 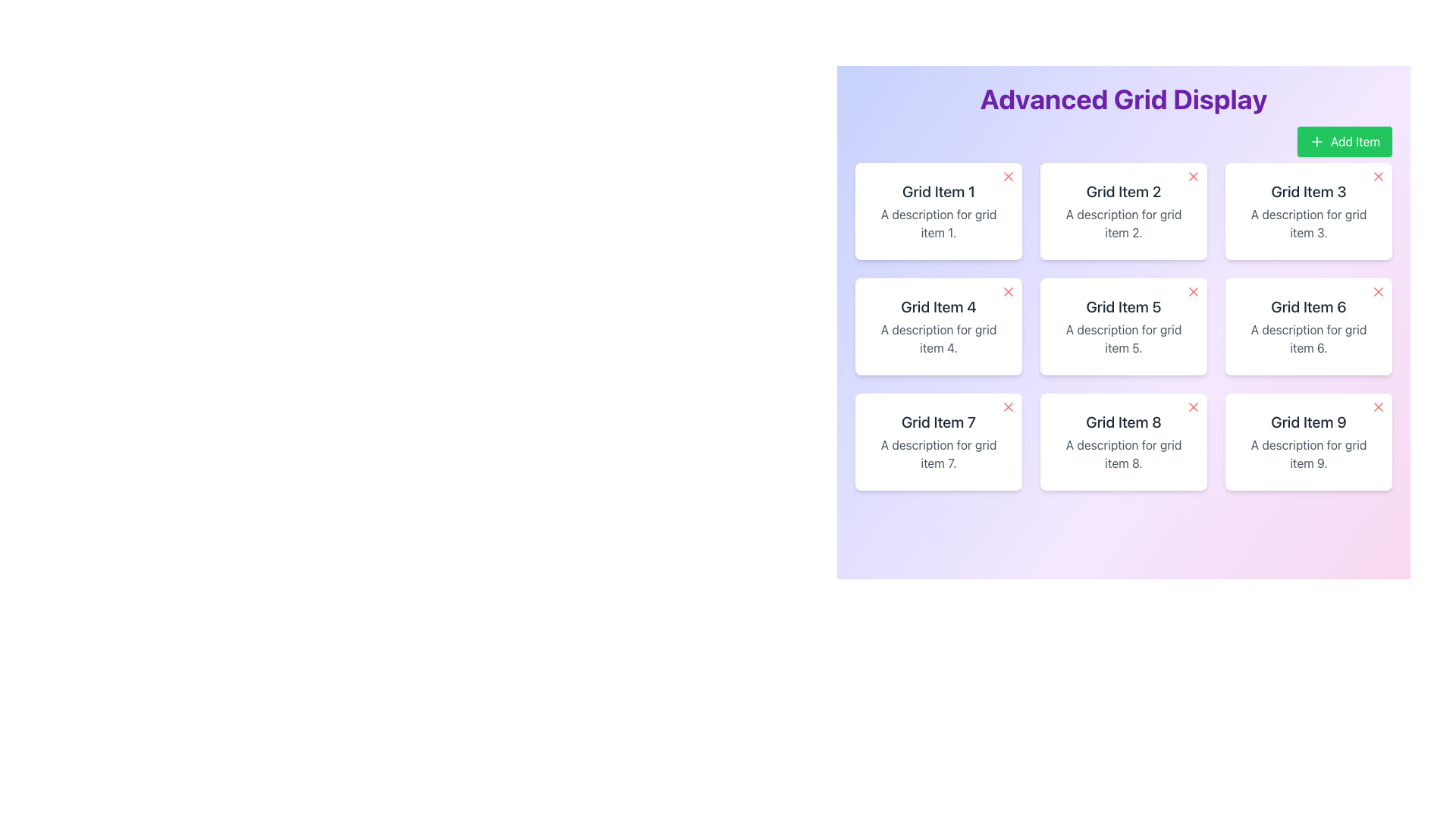 What do you see at coordinates (1124, 307) in the screenshot?
I see `the Text Label element located in the second row and second column of the 3x3 grid of cards under 'Advanced Grid Display'` at bounding box center [1124, 307].